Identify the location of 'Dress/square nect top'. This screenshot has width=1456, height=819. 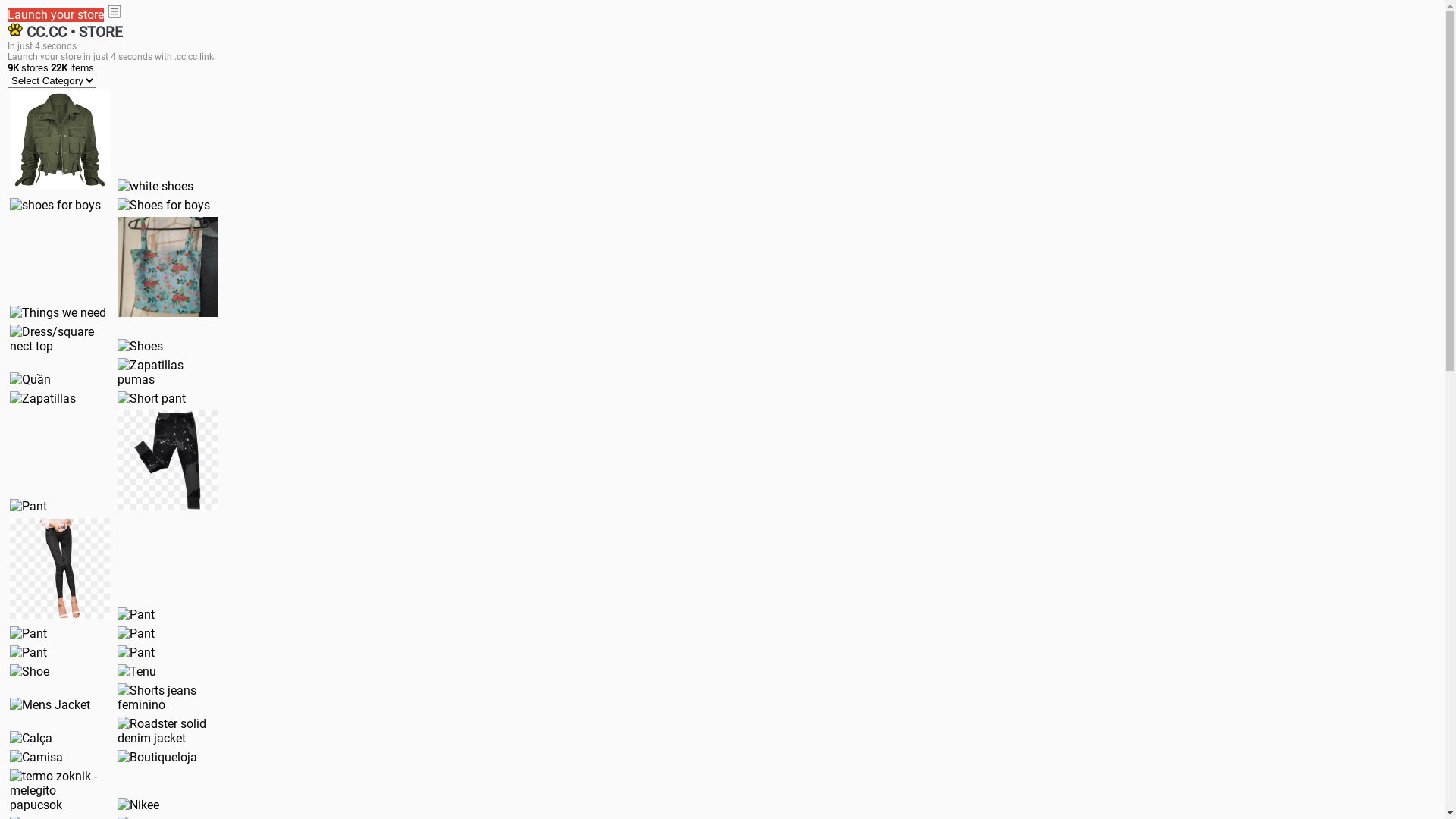
(10, 338).